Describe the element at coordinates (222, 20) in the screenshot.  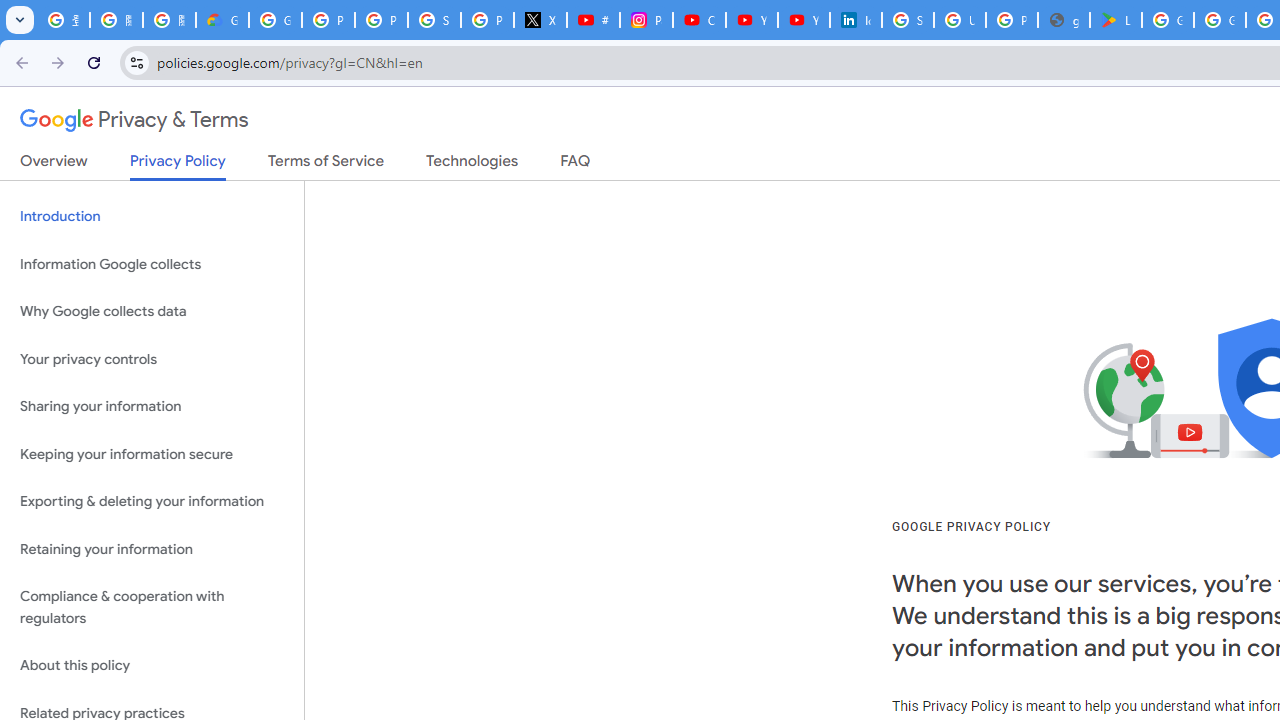
I see `'Google Cloud Privacy Notice'` at that location.